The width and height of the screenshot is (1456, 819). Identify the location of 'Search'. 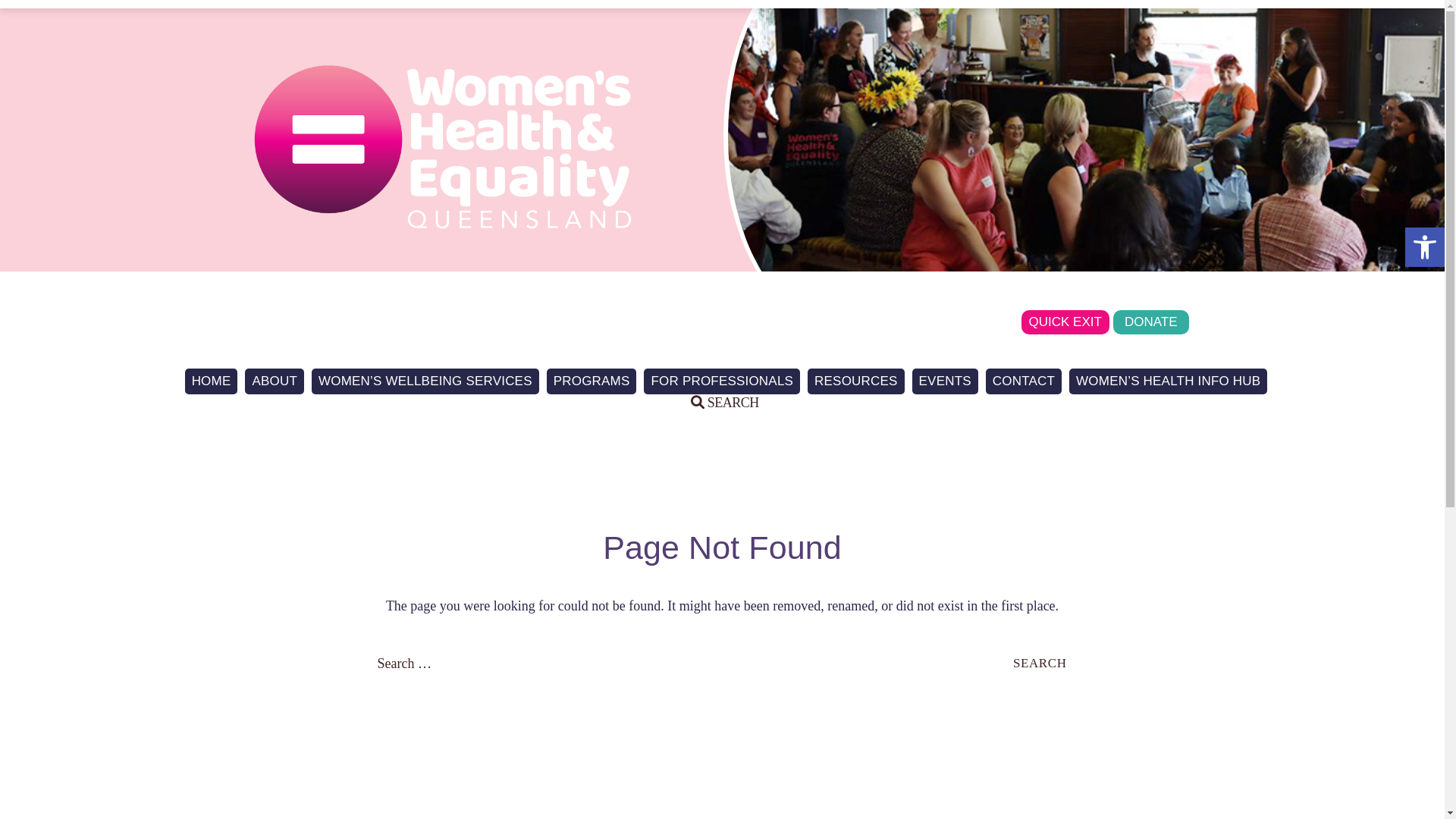
(33, 12).